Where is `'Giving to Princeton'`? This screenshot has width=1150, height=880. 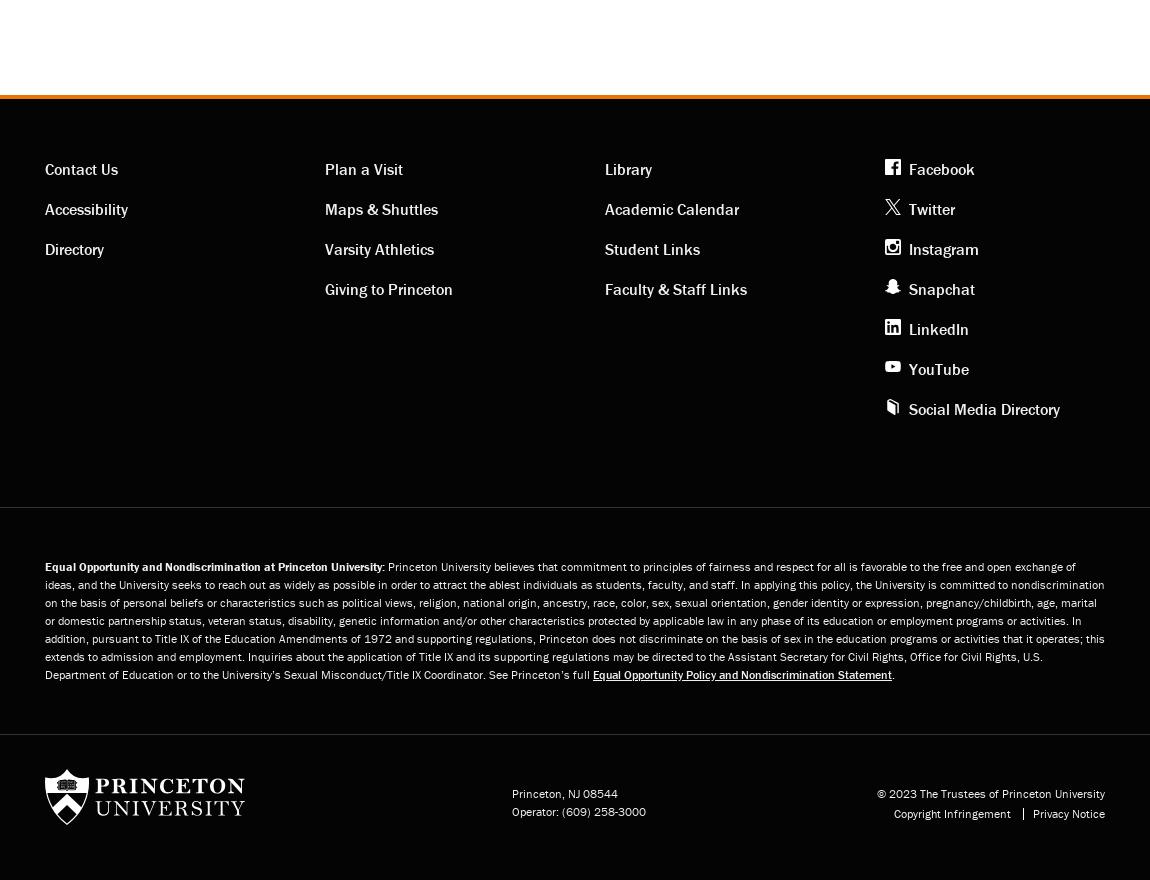 'Giving to Princeton' is located at coordinates (389, 288).